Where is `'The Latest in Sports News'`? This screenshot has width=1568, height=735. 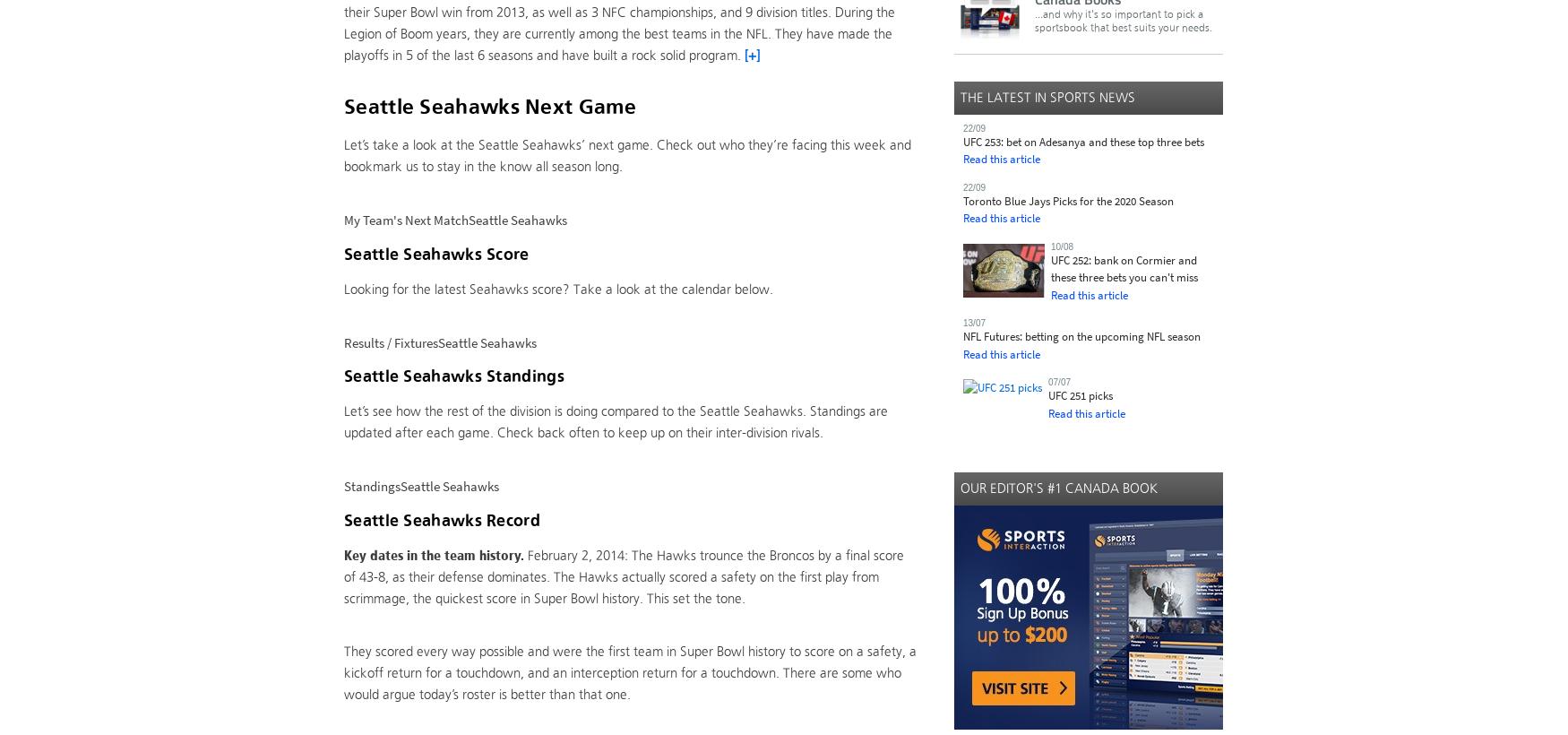 'The Latest in Sports News' is located at coordinates (1047, 95).